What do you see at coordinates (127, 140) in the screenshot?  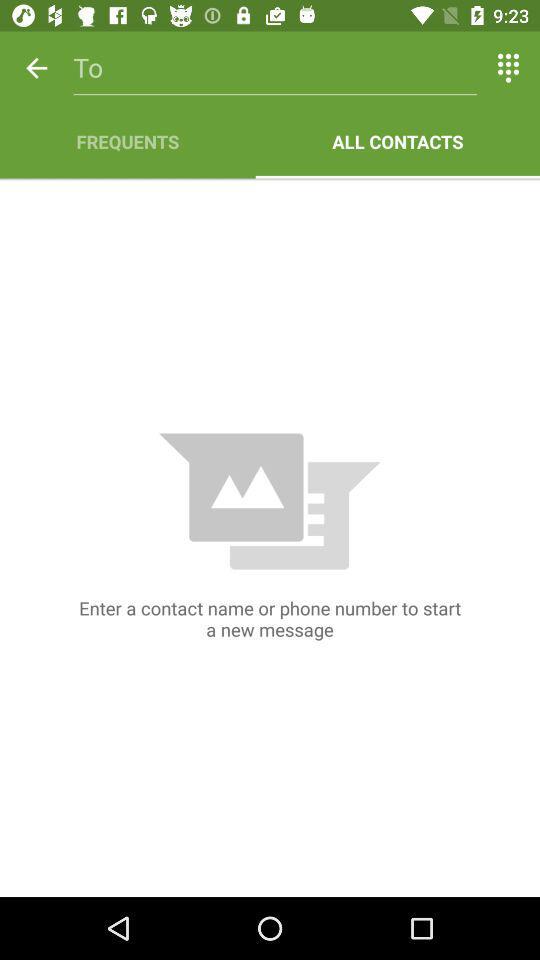 I see `icon to the left of the all contacts item` at bounding box center [127, 140].